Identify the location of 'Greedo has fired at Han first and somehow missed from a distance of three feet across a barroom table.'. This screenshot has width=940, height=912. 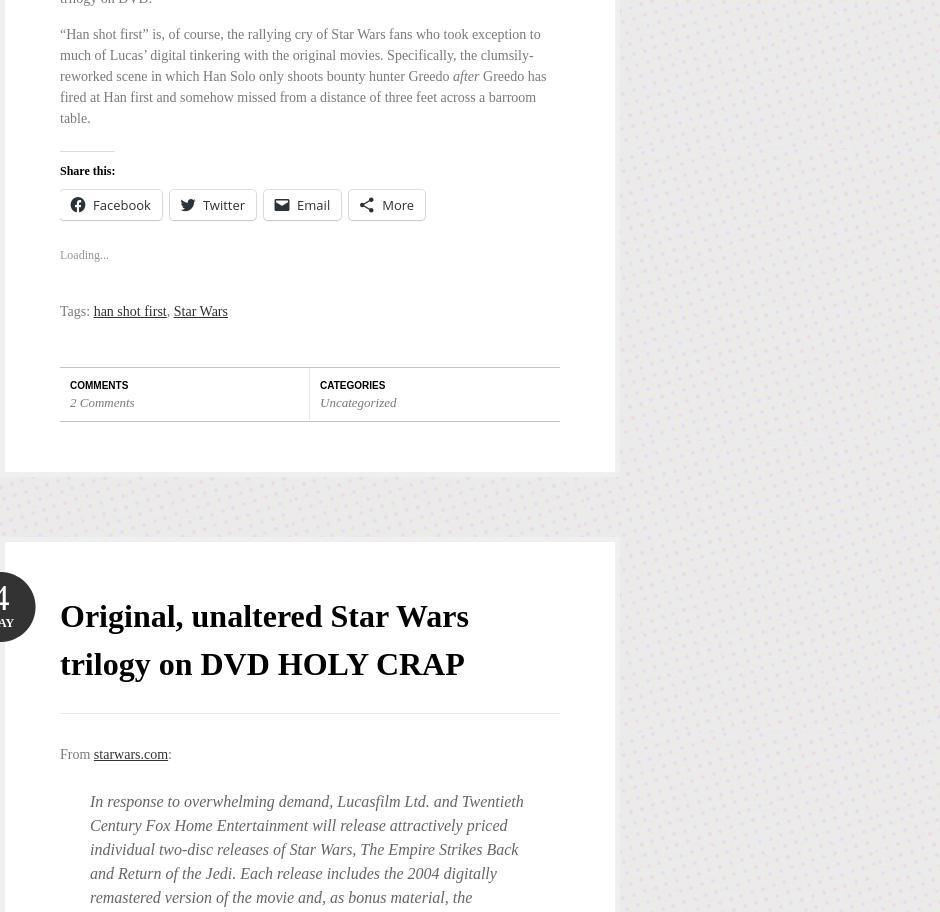
(301, 96).